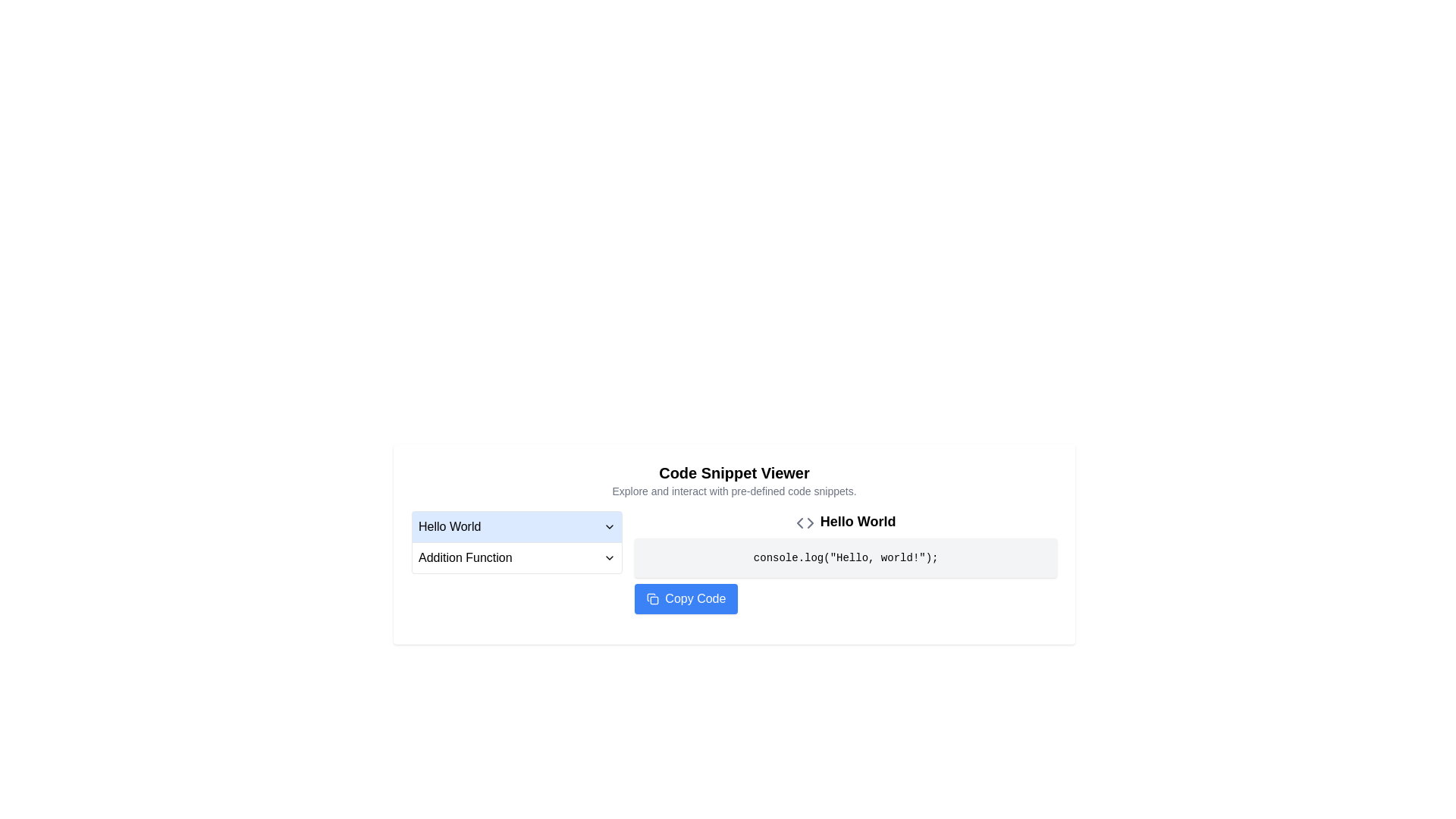 Image resolution: width=1456 pixels, height=819 pixels. Describe the element at coordinates (799, 522) in the screenshot. I see `the left-pointing chevron icon located near the text 'Hello World' to navigate or activate adjacent elements` at that location.